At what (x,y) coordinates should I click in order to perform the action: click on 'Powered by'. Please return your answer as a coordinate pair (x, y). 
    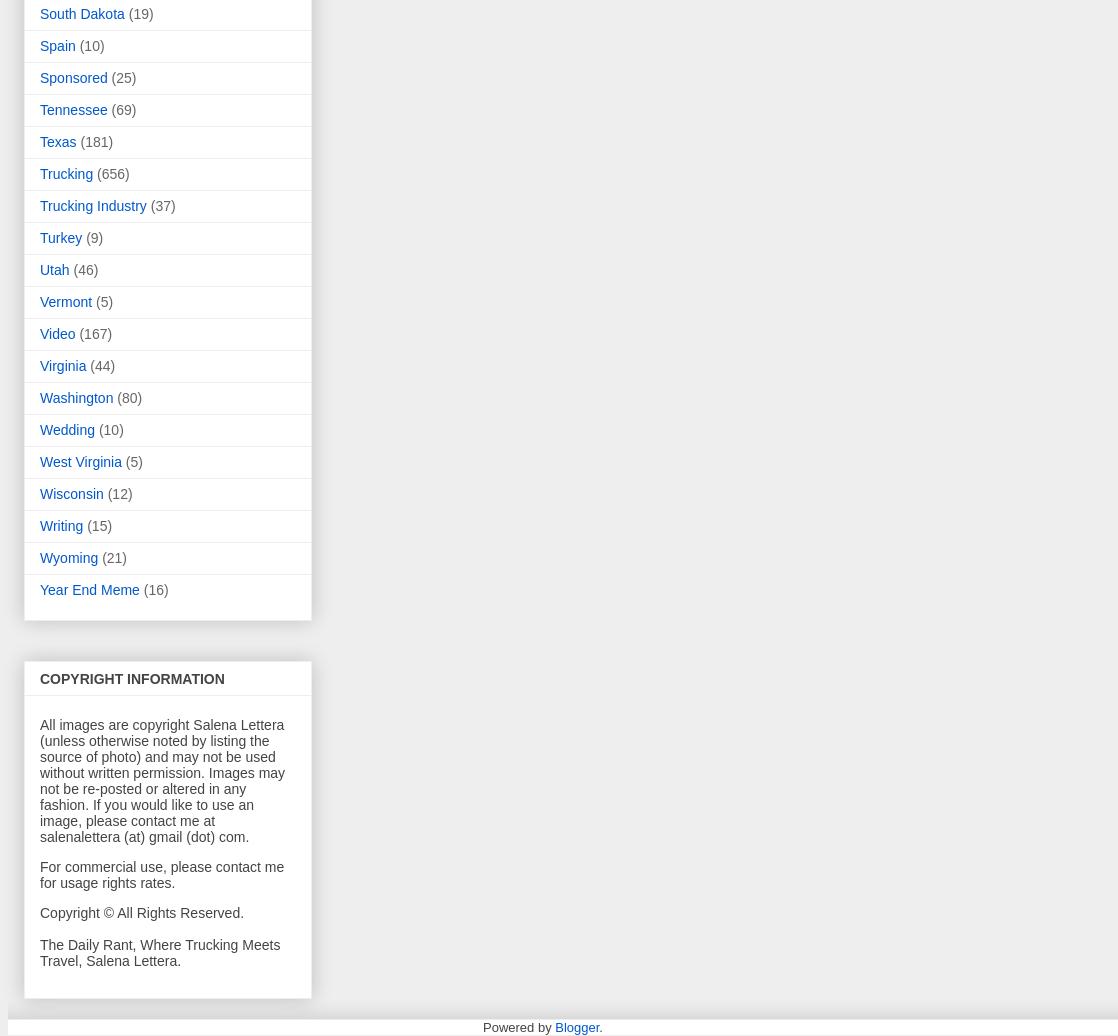
    Looking at the image, I should click on (517, 1026).